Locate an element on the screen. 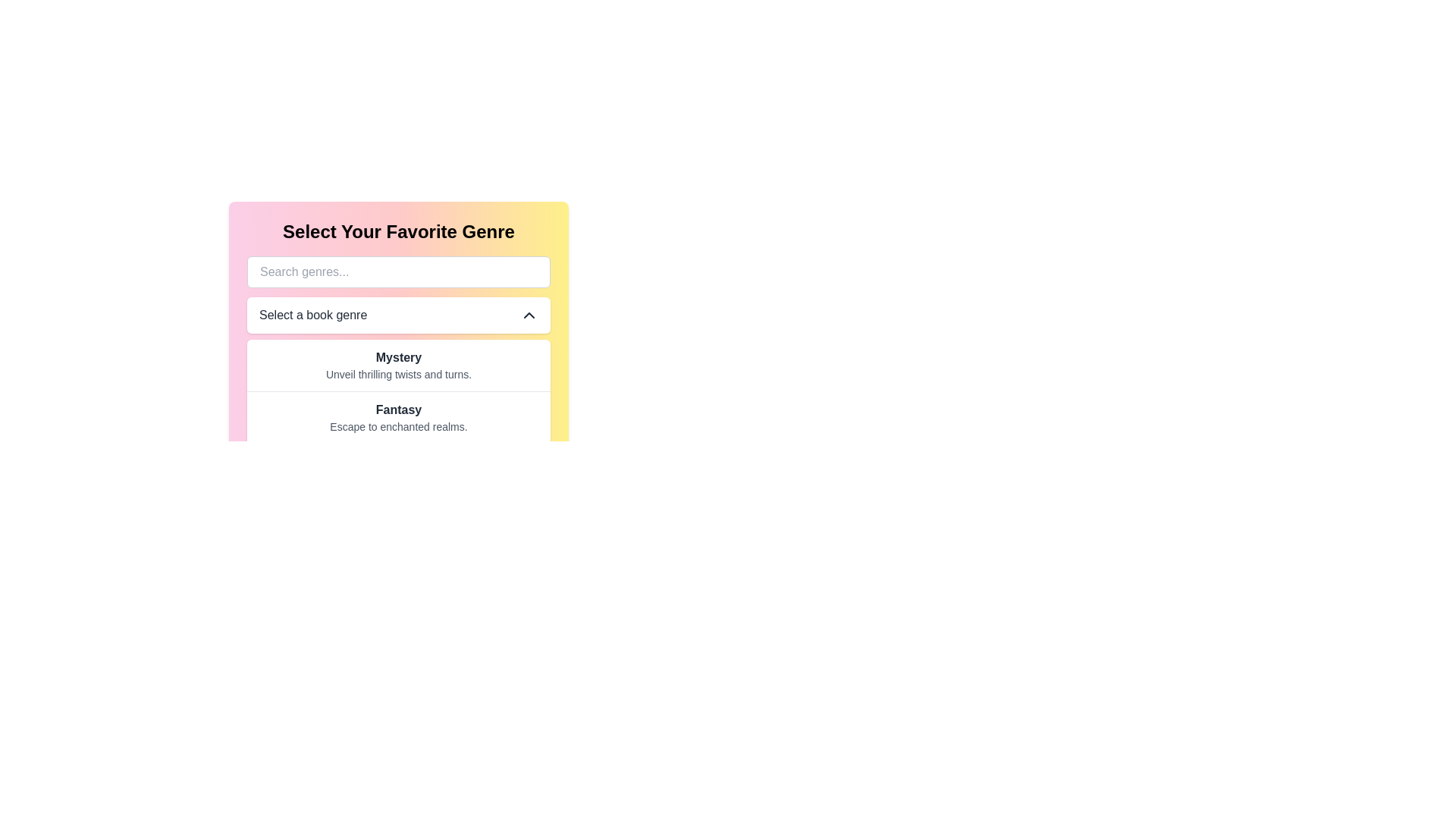 This screenshot has height=819, width=1456. the dropdown menu that allows users to select a book genre, located directly below the 'Search genres...' input field is located at coordinates (399, 315).